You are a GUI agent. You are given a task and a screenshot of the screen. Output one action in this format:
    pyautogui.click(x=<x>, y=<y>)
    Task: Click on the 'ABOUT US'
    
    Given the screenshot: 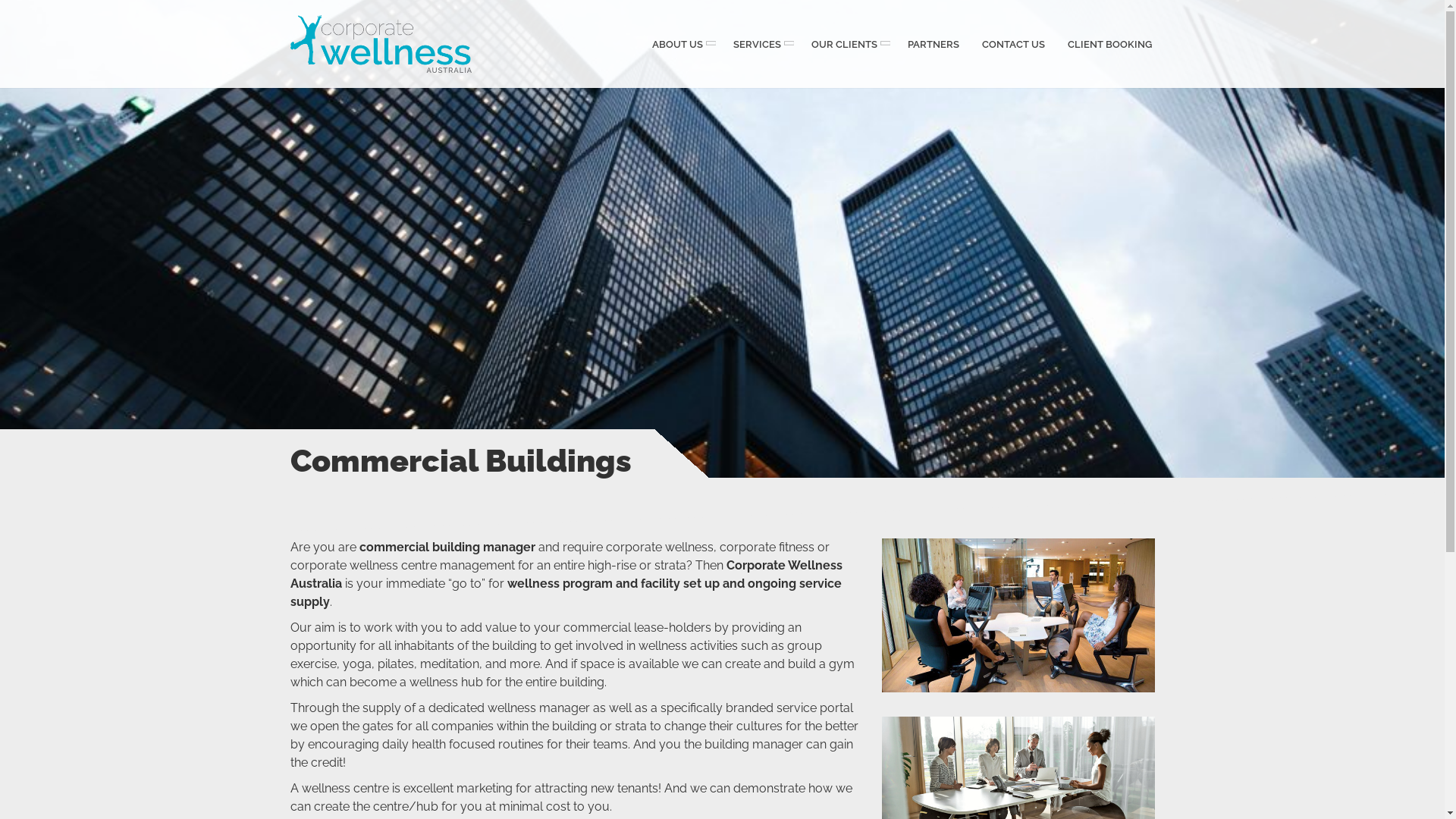 What is the action you would take?
    pyautogui.click(x=679, y=42)
    